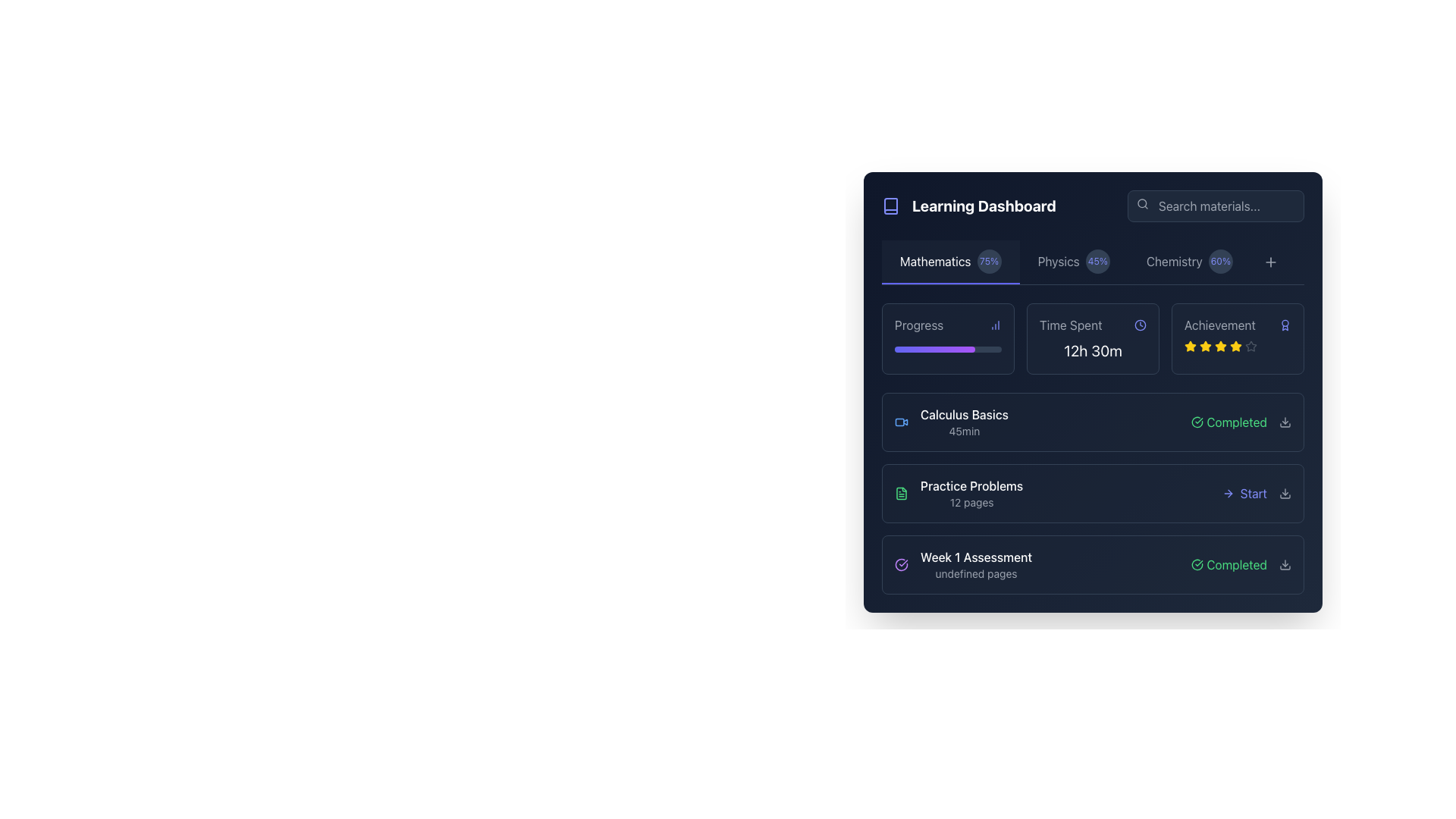 Image resolution: width=1456 pixels, height=819 pixels. I want to click on the decorative outer border of the clock icon in the 'Time Spent' widget on the 'Learning Dashboard', so click(1140, 324).